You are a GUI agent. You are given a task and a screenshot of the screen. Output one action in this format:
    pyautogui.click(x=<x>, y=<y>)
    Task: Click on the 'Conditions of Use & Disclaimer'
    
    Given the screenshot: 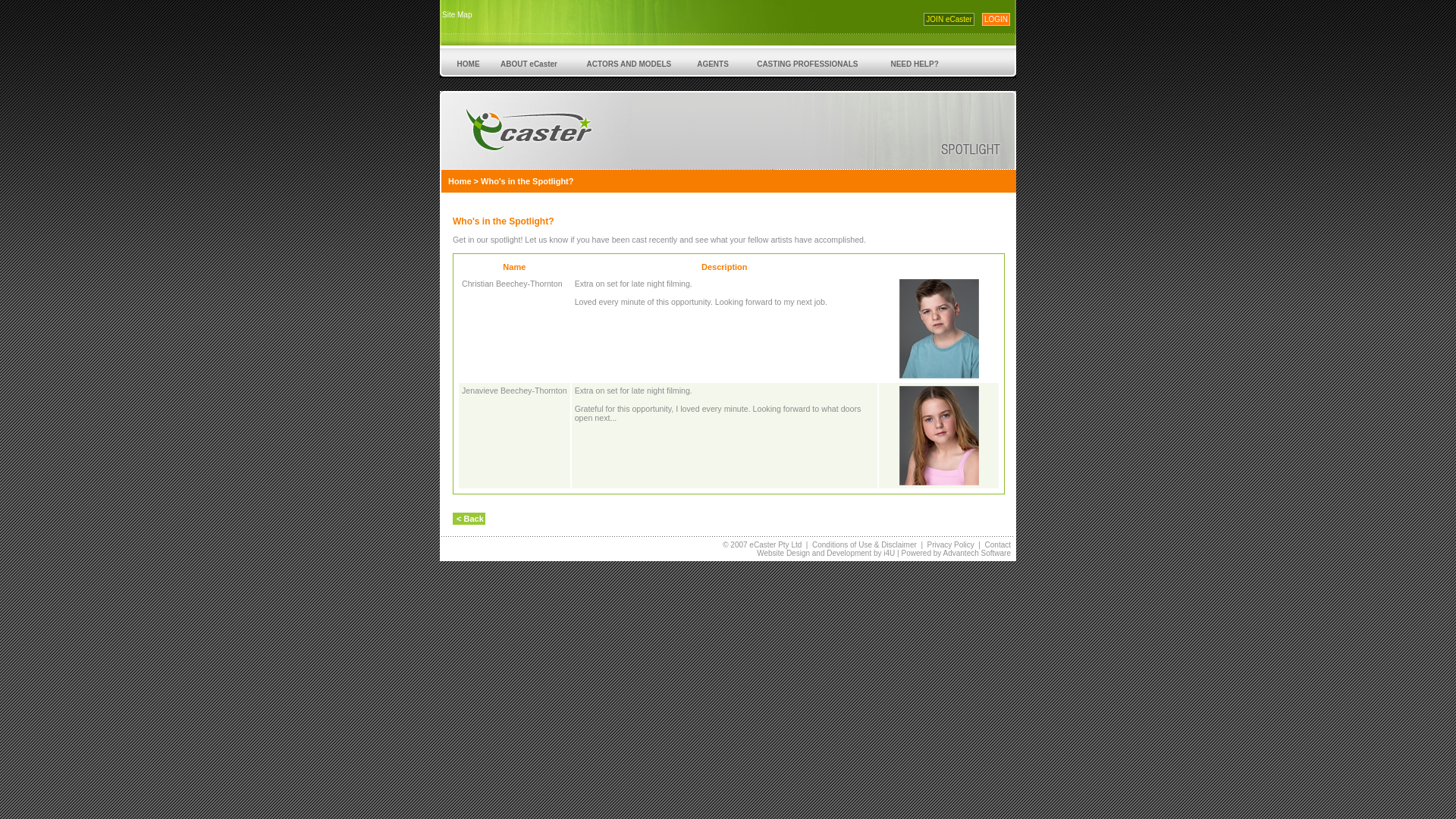 What is the action you would take?
    pyautogui.click(x=864, y=544)
    